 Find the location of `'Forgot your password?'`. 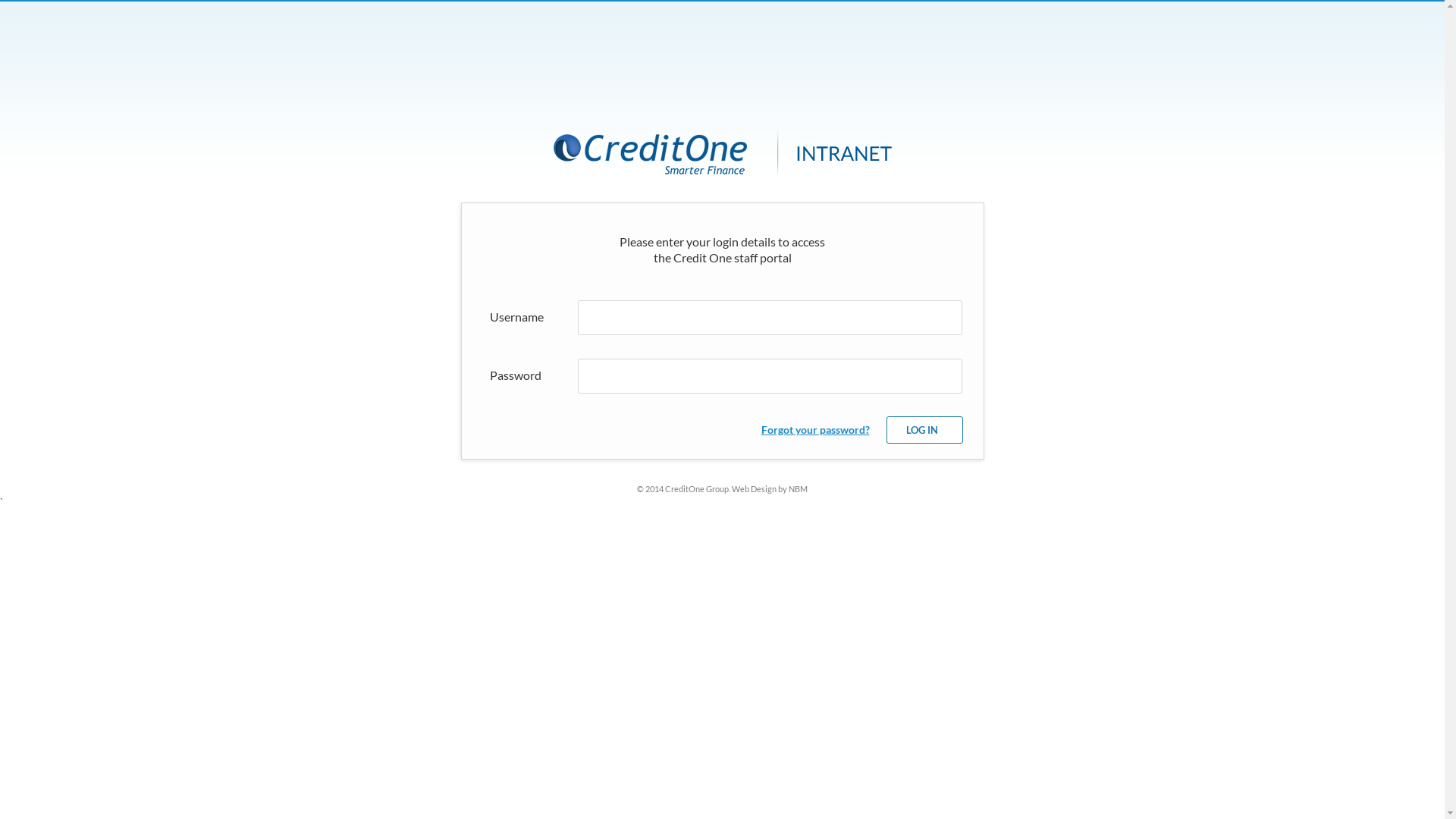

'Forgot your password?' is located at coordinates (761, 429).